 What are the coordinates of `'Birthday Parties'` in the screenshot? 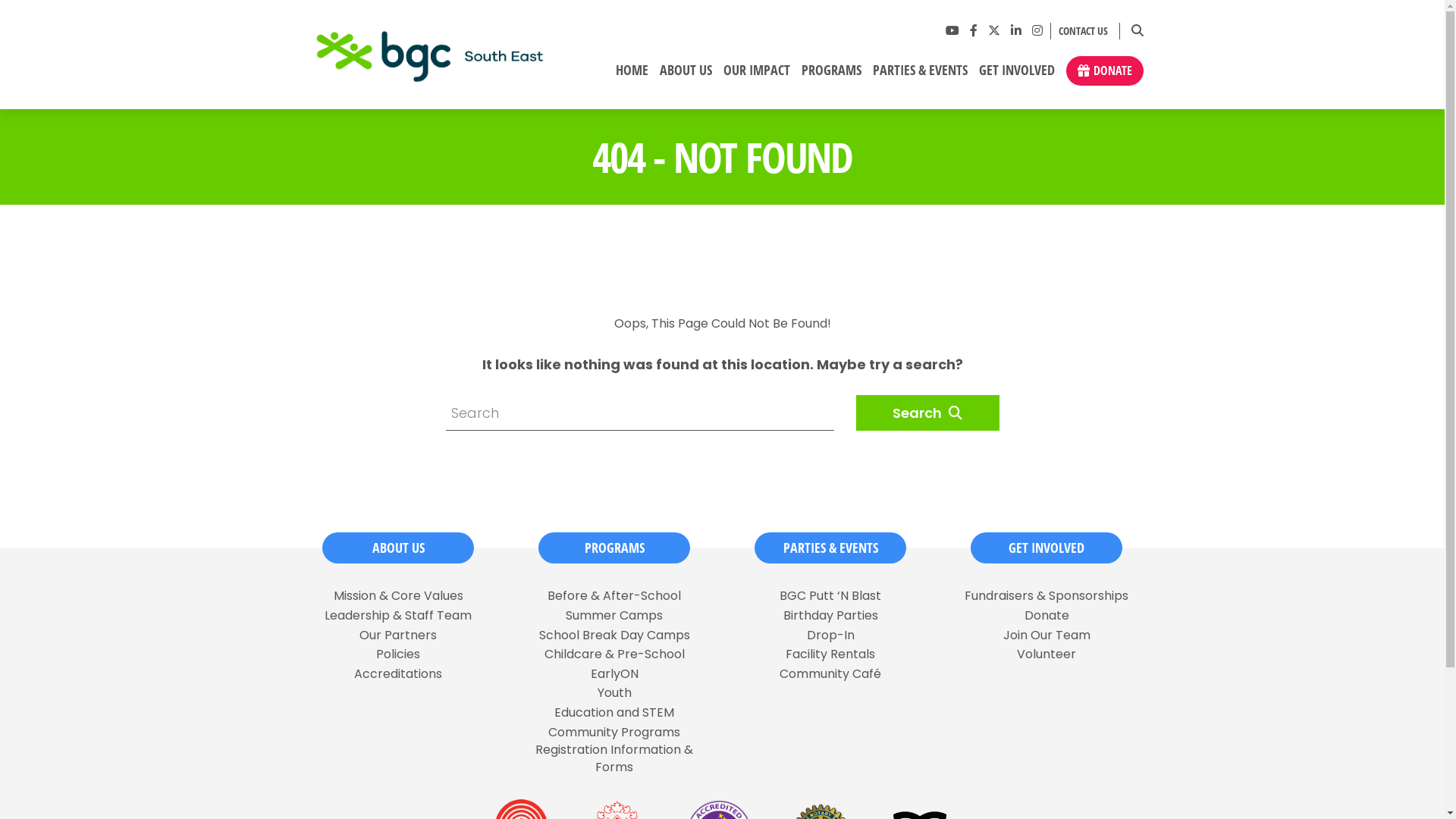 It's located at (829, 616).